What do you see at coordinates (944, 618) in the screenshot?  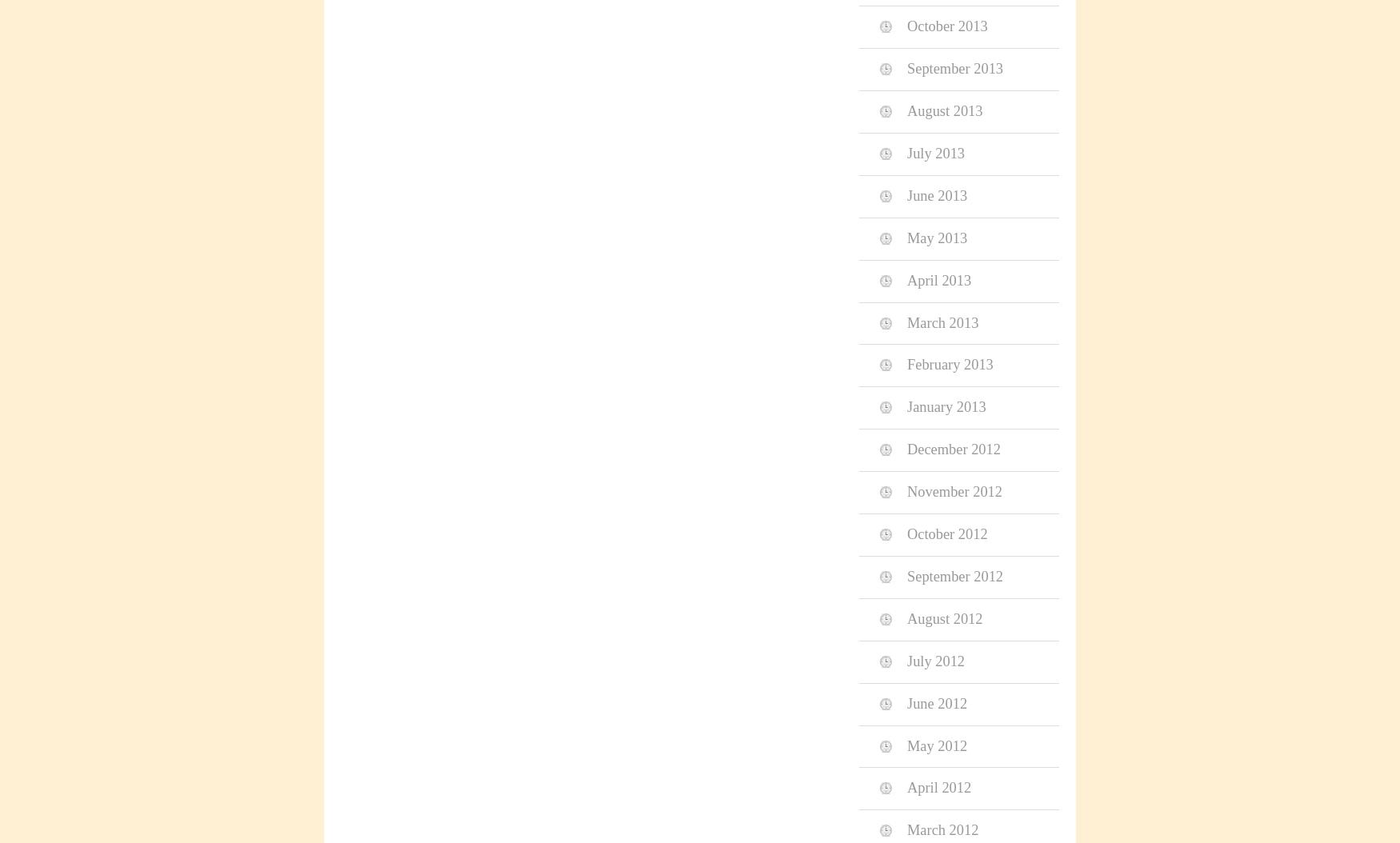 I see `'August 2012'` at bounding box center [944, 618].